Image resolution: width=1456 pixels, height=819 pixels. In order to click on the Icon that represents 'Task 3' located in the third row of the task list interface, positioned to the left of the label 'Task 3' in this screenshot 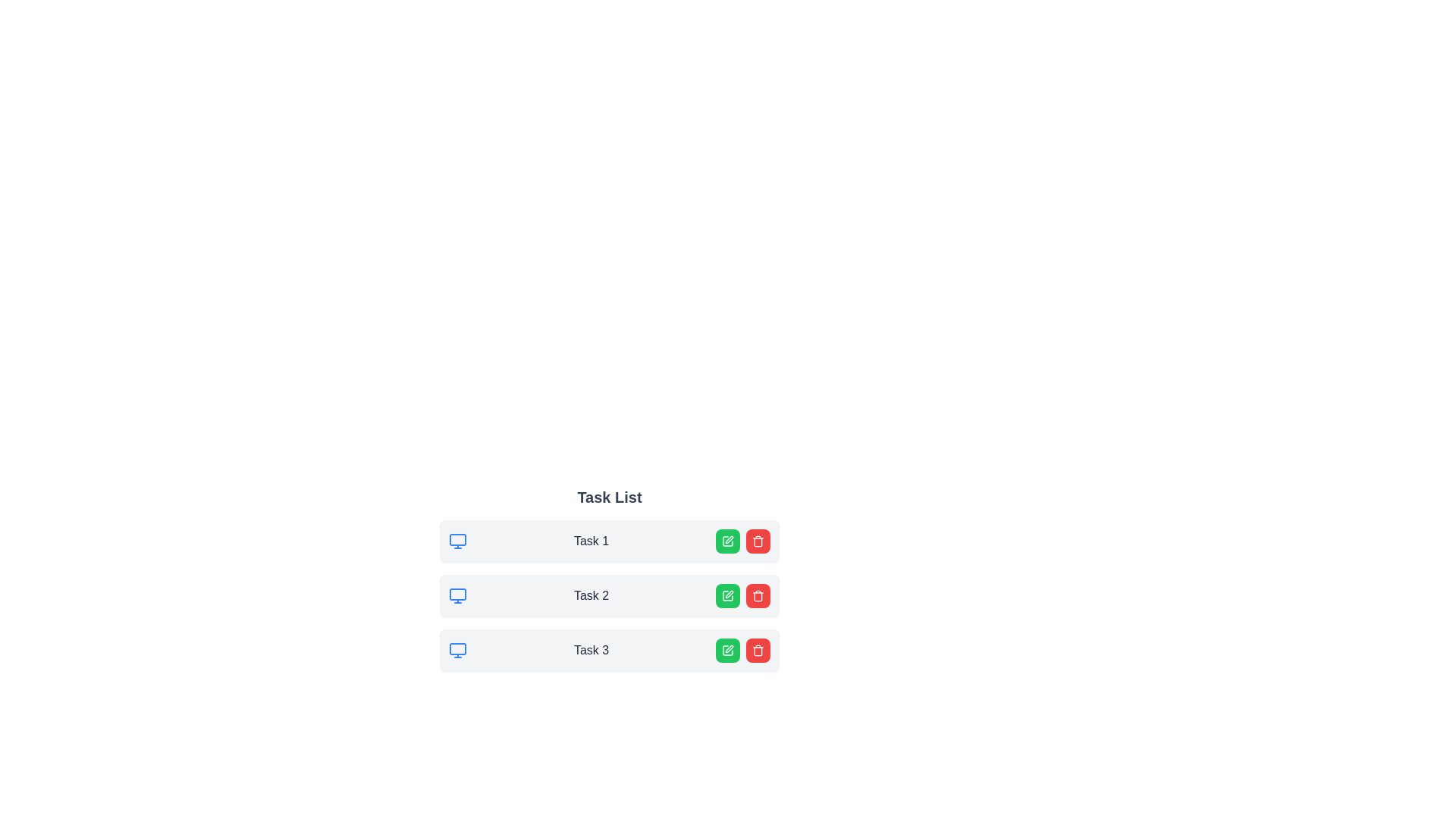, I will do `click(457, 649)`.